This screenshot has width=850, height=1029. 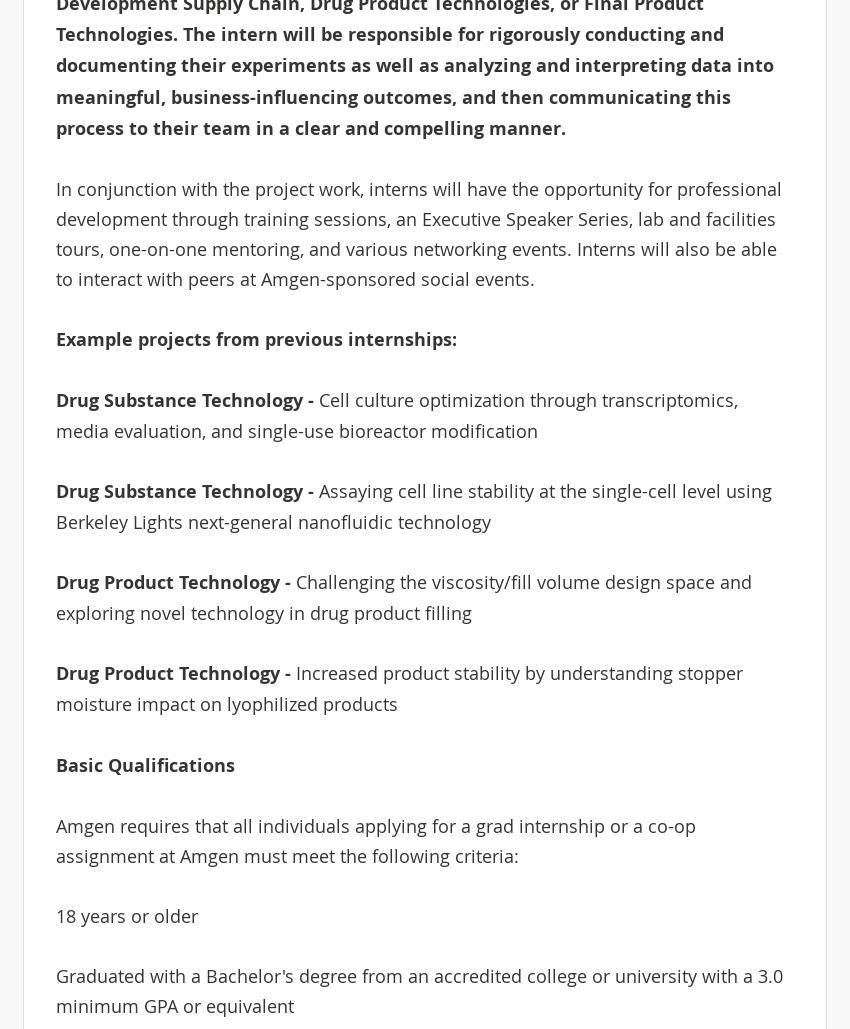 I want to click on 'Example projects from previous internships:', so click(x=54, y=338).